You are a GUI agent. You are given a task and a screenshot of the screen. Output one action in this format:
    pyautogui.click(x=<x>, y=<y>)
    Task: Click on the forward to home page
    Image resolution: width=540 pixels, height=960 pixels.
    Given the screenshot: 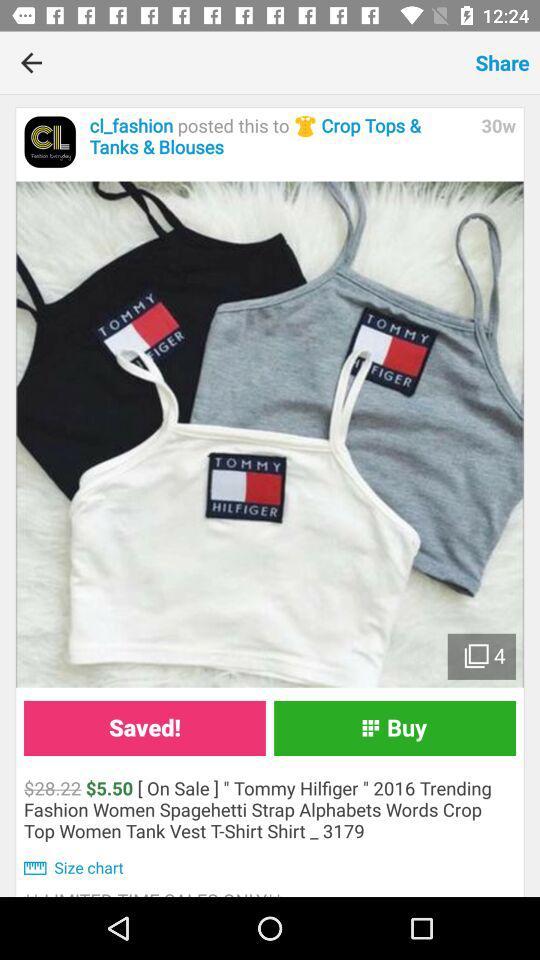 What is the action you would take?
    pyautogui.click(x=50, y=141)
    